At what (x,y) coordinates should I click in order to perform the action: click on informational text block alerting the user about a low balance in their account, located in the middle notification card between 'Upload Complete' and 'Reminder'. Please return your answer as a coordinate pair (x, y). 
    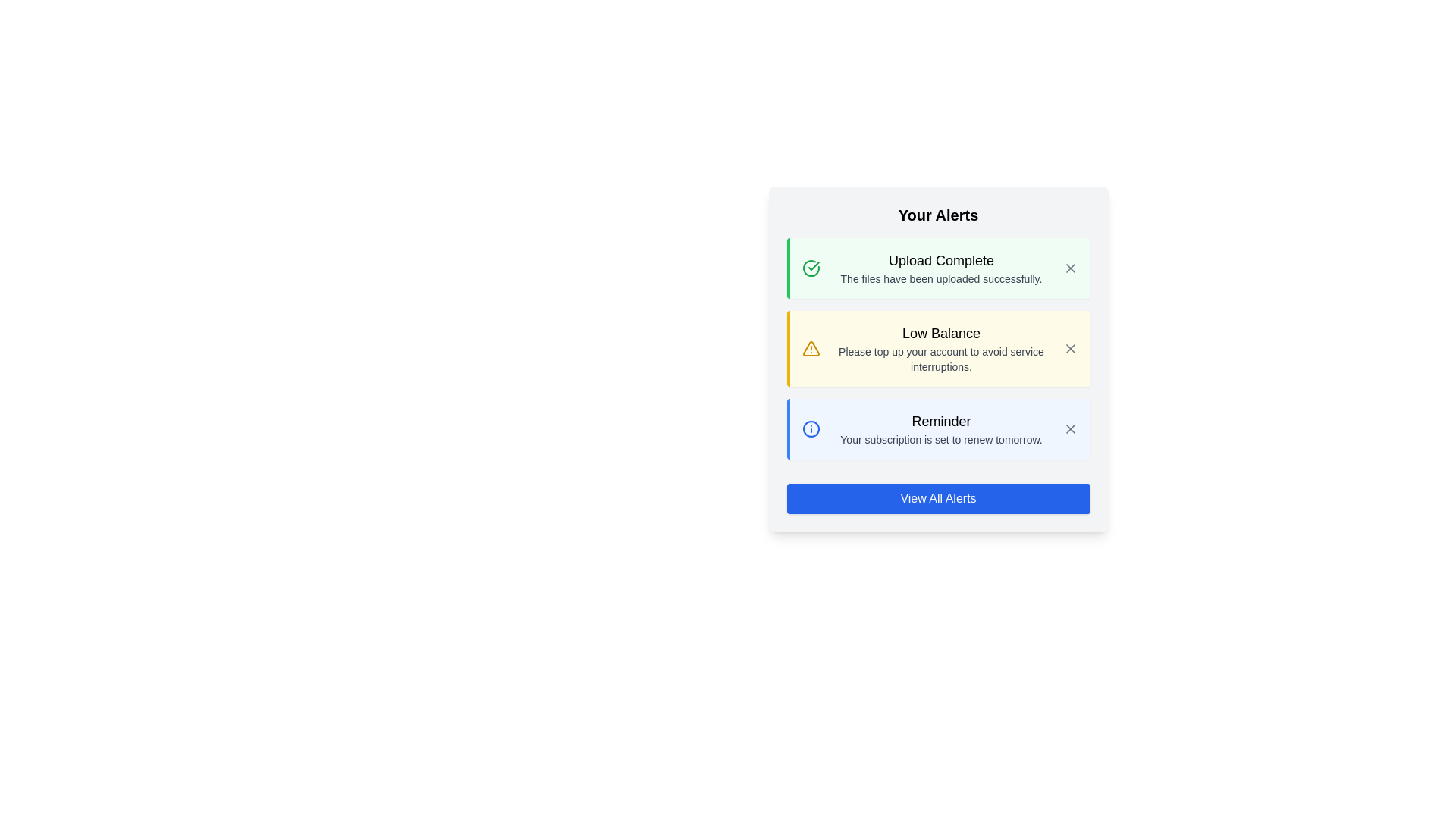
    Looking at the image, I should click on (940, 348).